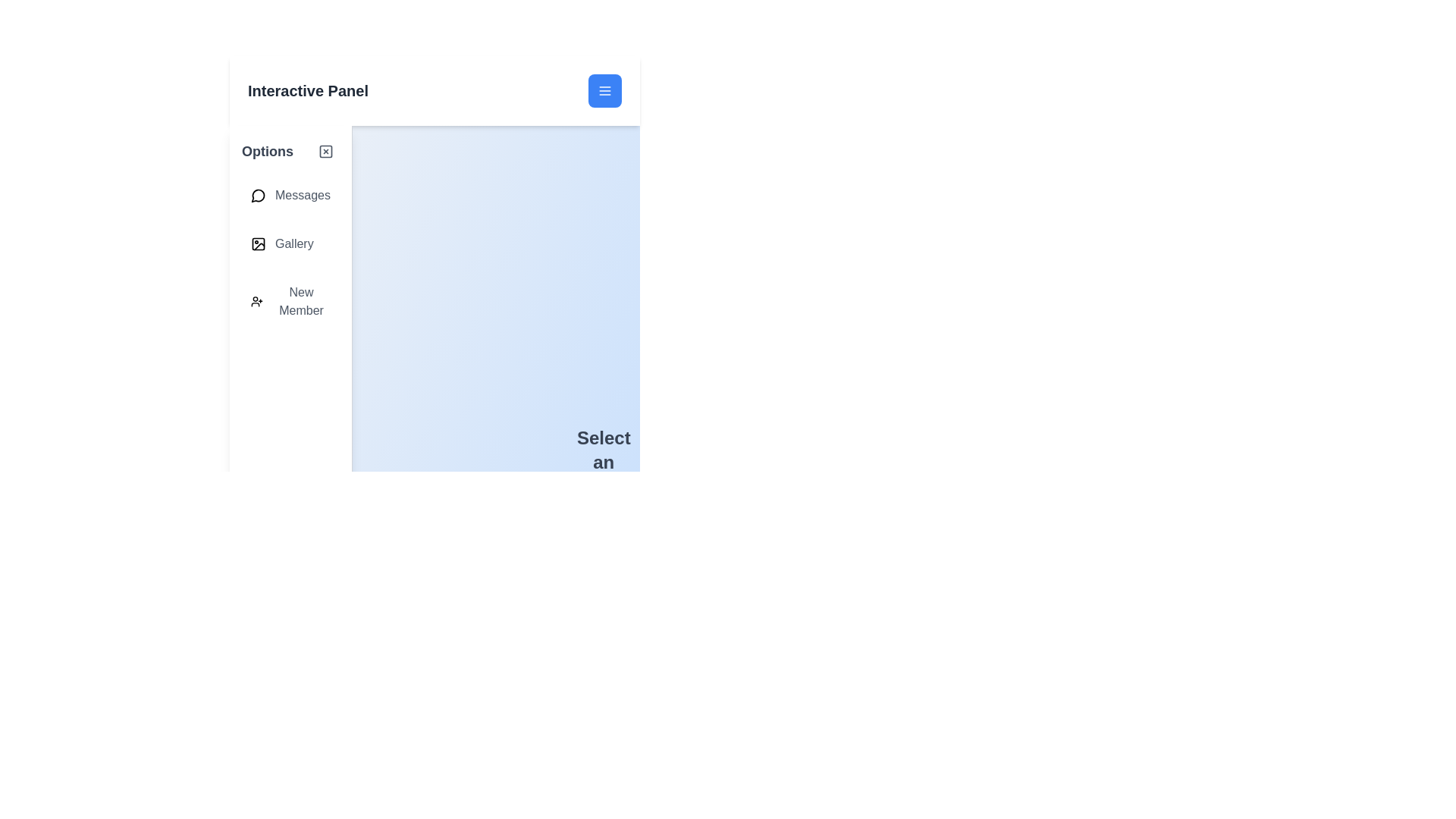 The image size is (1456, 819). I want to click on the first button in the vertical list under the 'Options' section on the left sidebar, so click(290, 195).